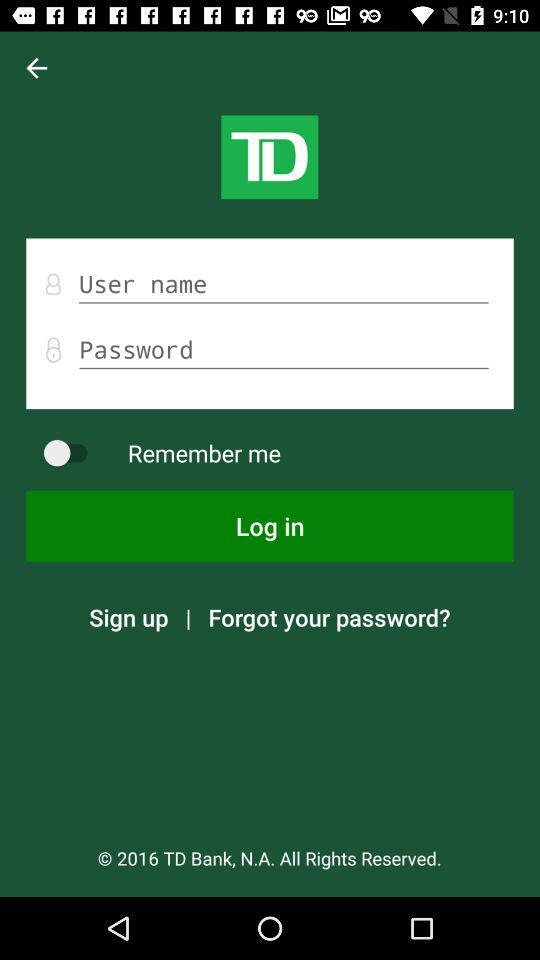  What do you see at coordinates (128, 616) in the screenshot?
I see `the icon below the log in item` at bounding box center [128, 616].